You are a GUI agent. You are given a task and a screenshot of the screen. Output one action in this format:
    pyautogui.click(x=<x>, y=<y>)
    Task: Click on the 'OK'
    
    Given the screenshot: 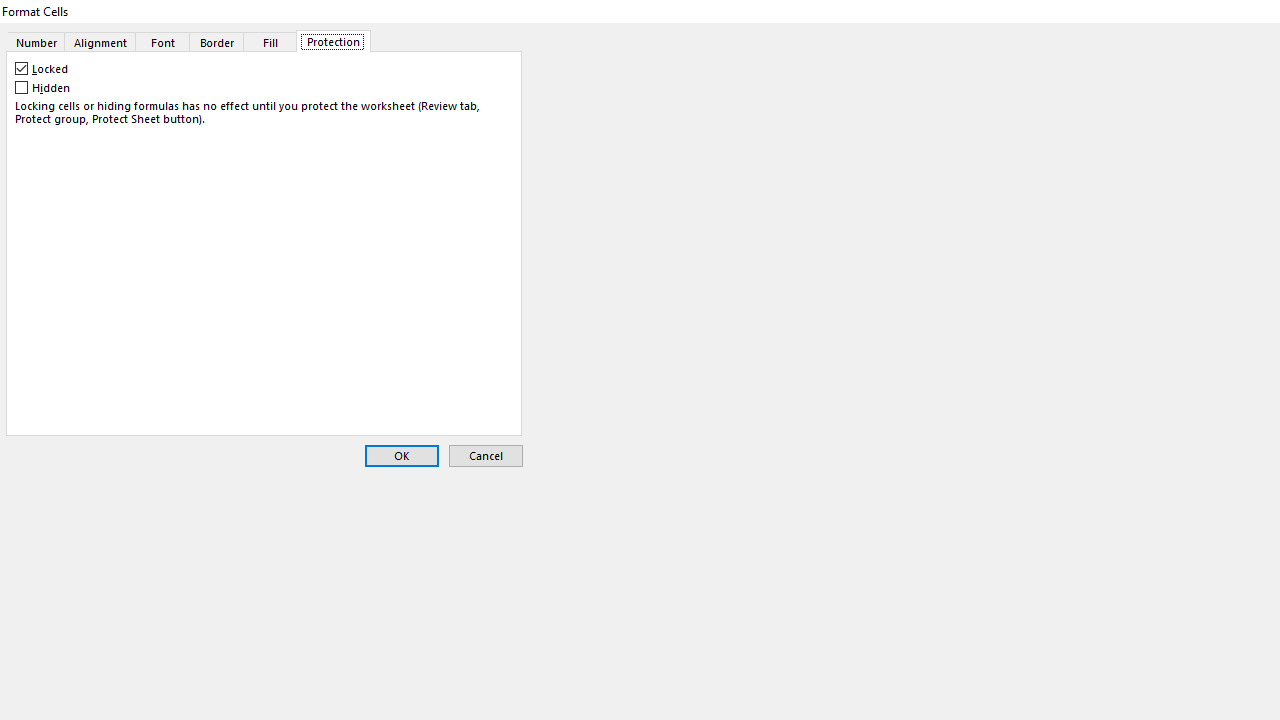 What is the action you would take?
    pyautogui.click(x=400, y=456)
    